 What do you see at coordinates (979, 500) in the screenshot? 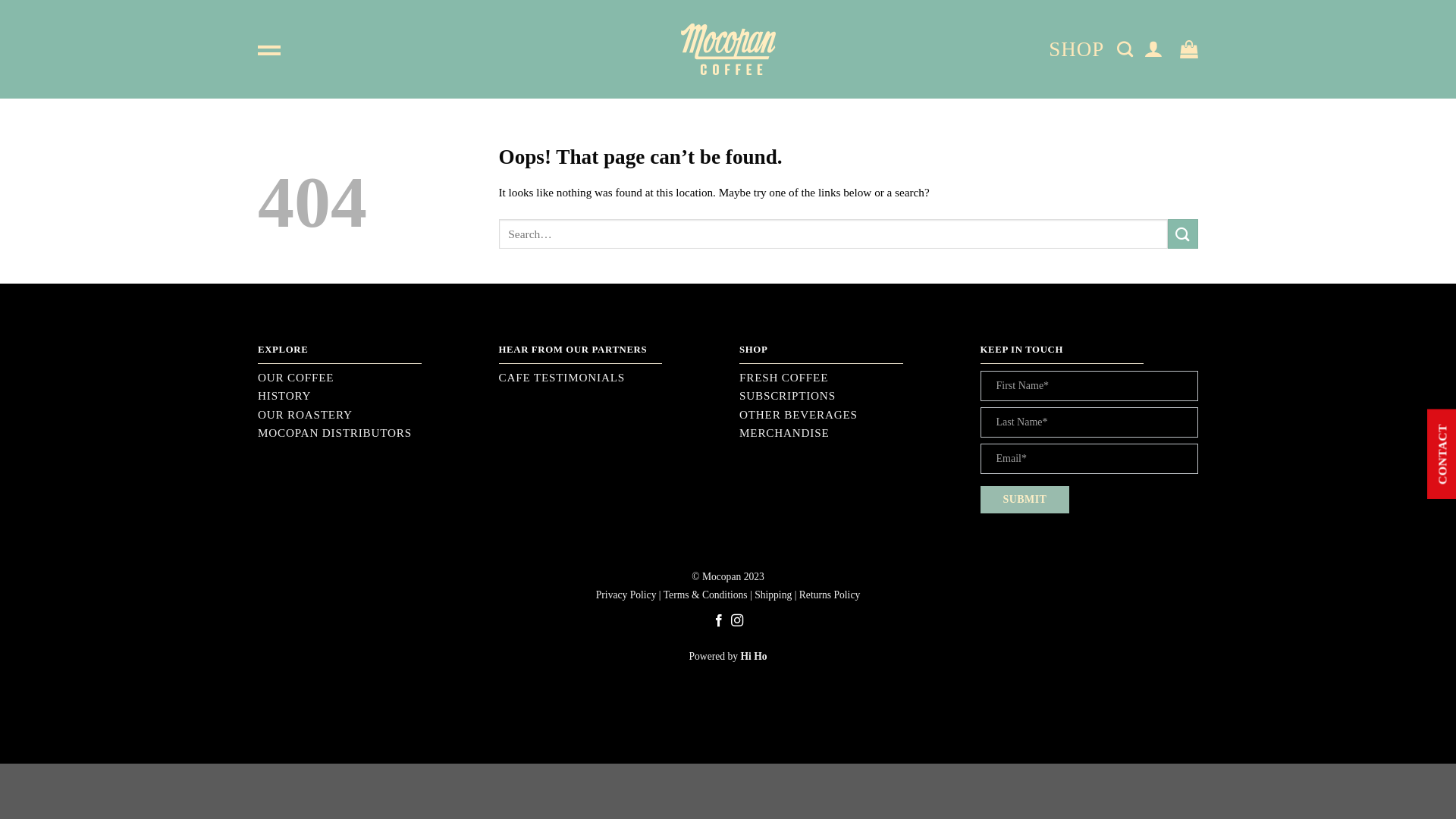
I see `'SUBMIT'` at bounding box center [979, 500].